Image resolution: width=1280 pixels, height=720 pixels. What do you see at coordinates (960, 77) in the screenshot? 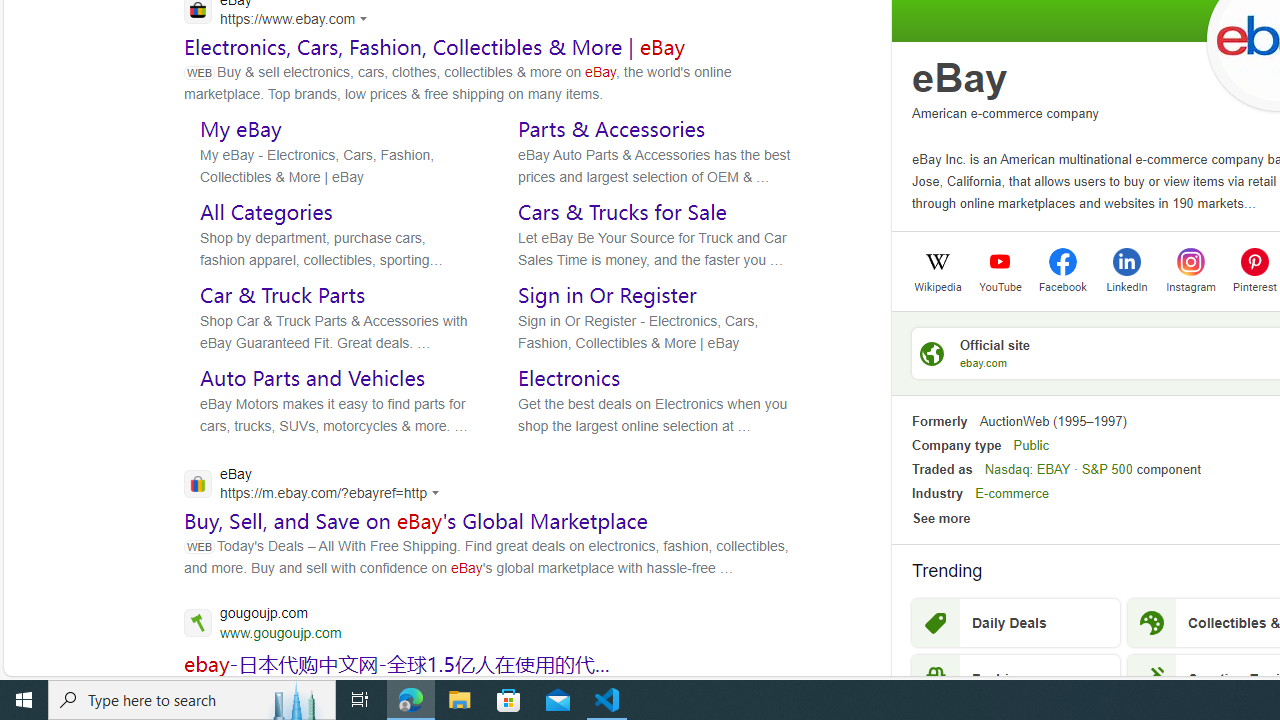
I see `'eBay'` at bounding box center [960, 77].